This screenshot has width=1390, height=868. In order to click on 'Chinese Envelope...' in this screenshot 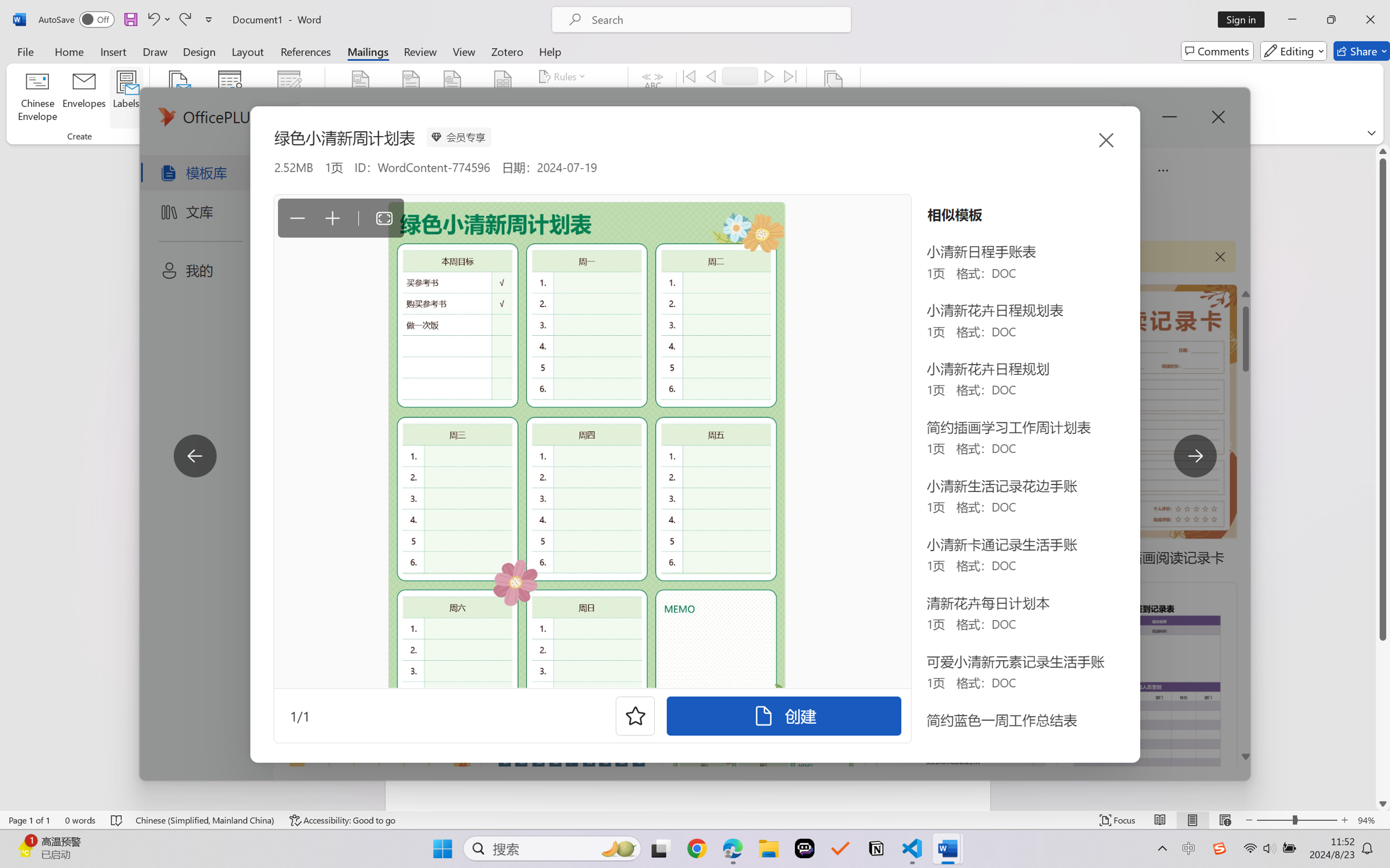, I will do `click(37, 98)`.